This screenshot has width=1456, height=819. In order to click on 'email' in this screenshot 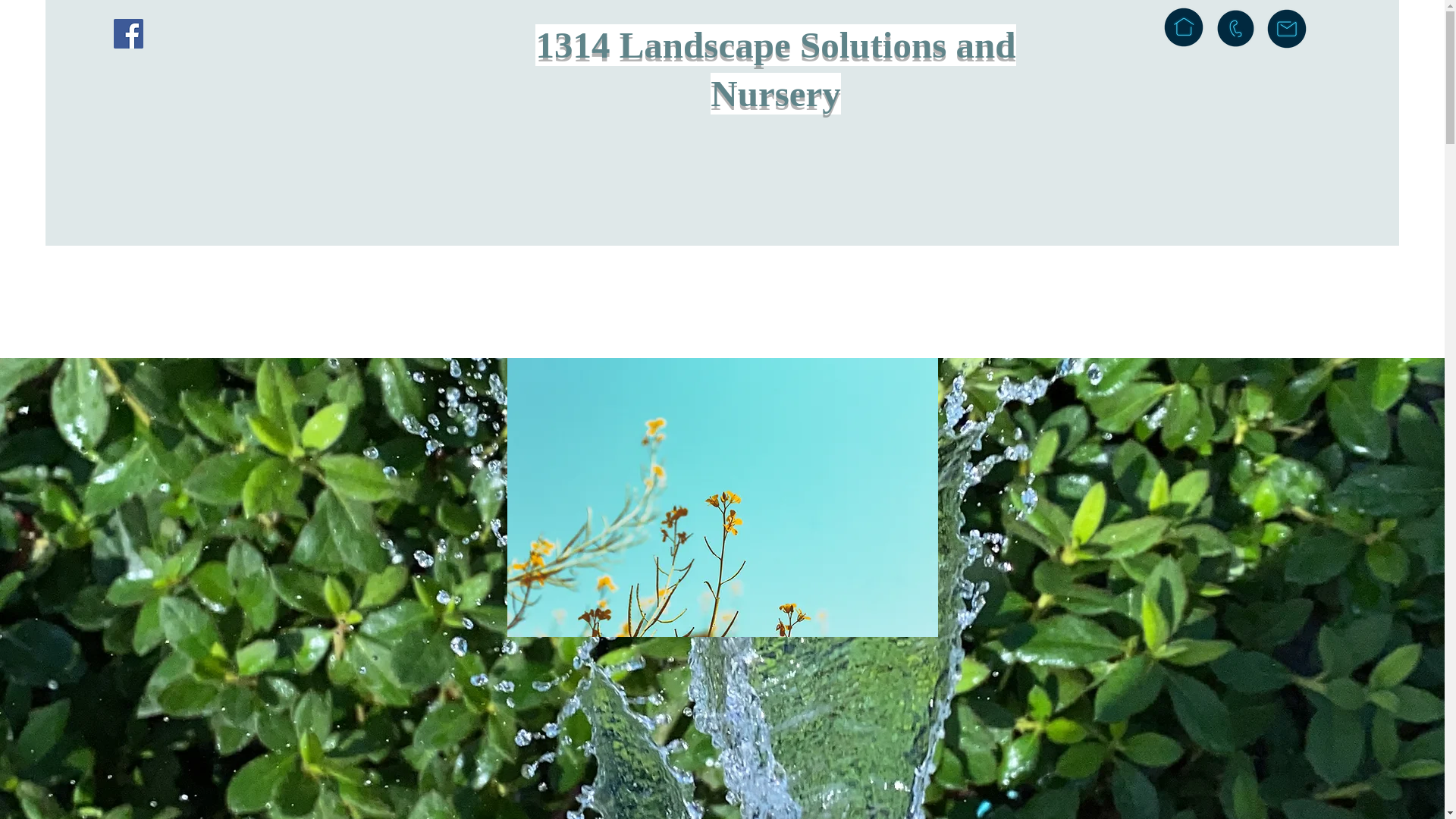, I will do `click(1266, 29)`.